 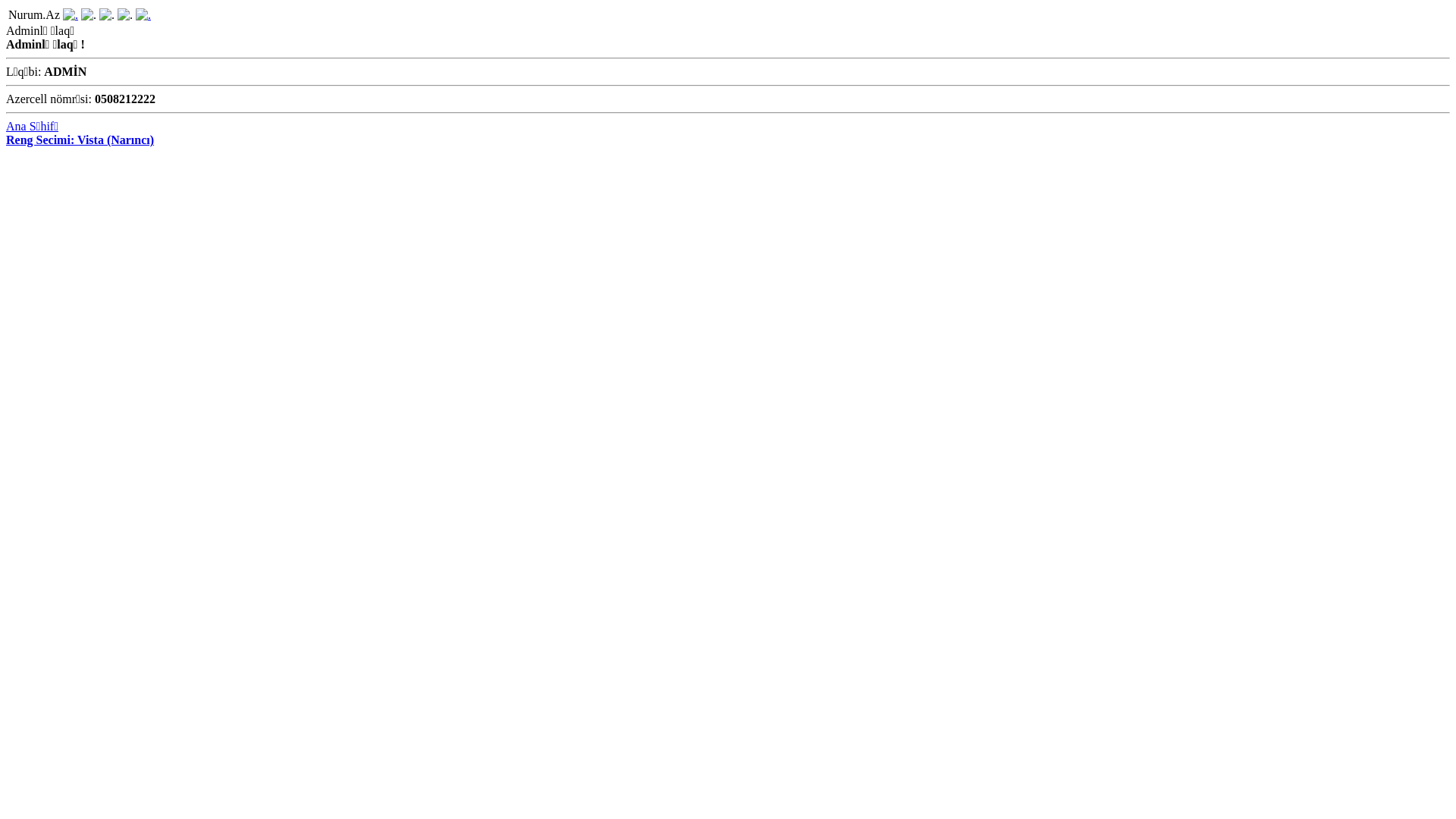 I want to click on 'Qeydiyyat', so click(x=143, y=14).